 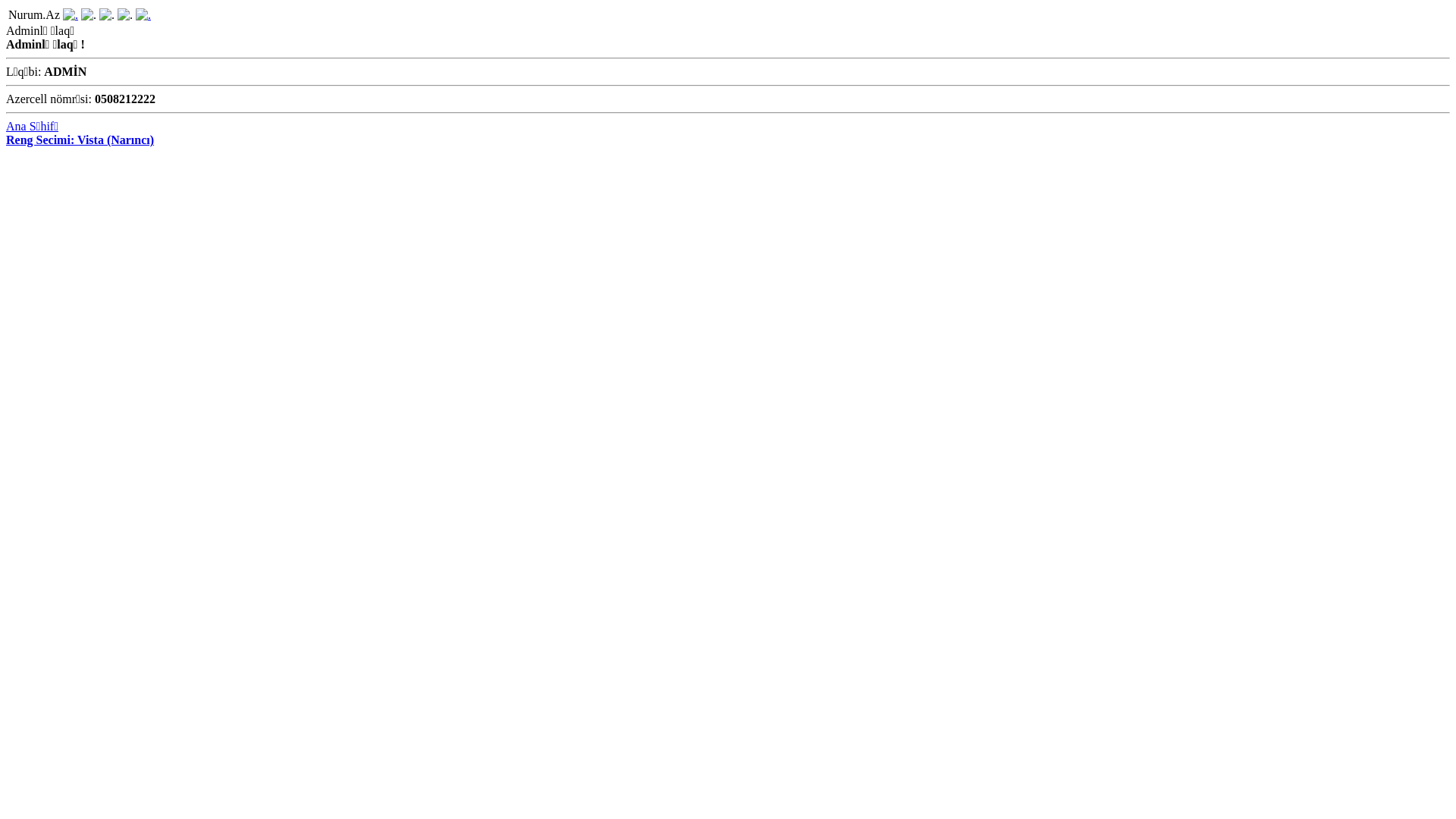 I want to click on 'Qeydiyyat', so click(x=143, y=14).